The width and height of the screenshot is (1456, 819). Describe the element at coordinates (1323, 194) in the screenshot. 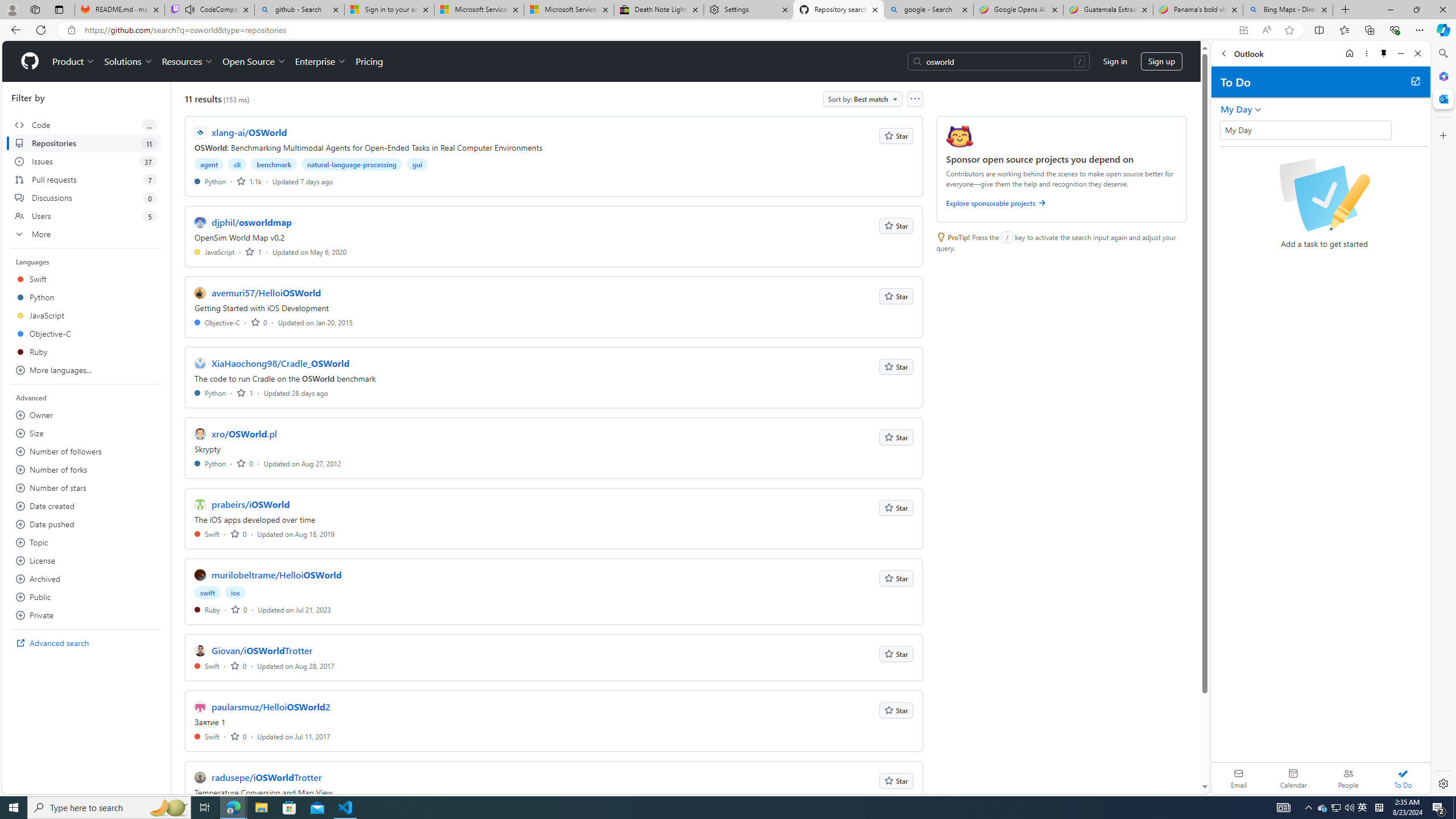

I see `'Checkbox with a pencil'` at that location.